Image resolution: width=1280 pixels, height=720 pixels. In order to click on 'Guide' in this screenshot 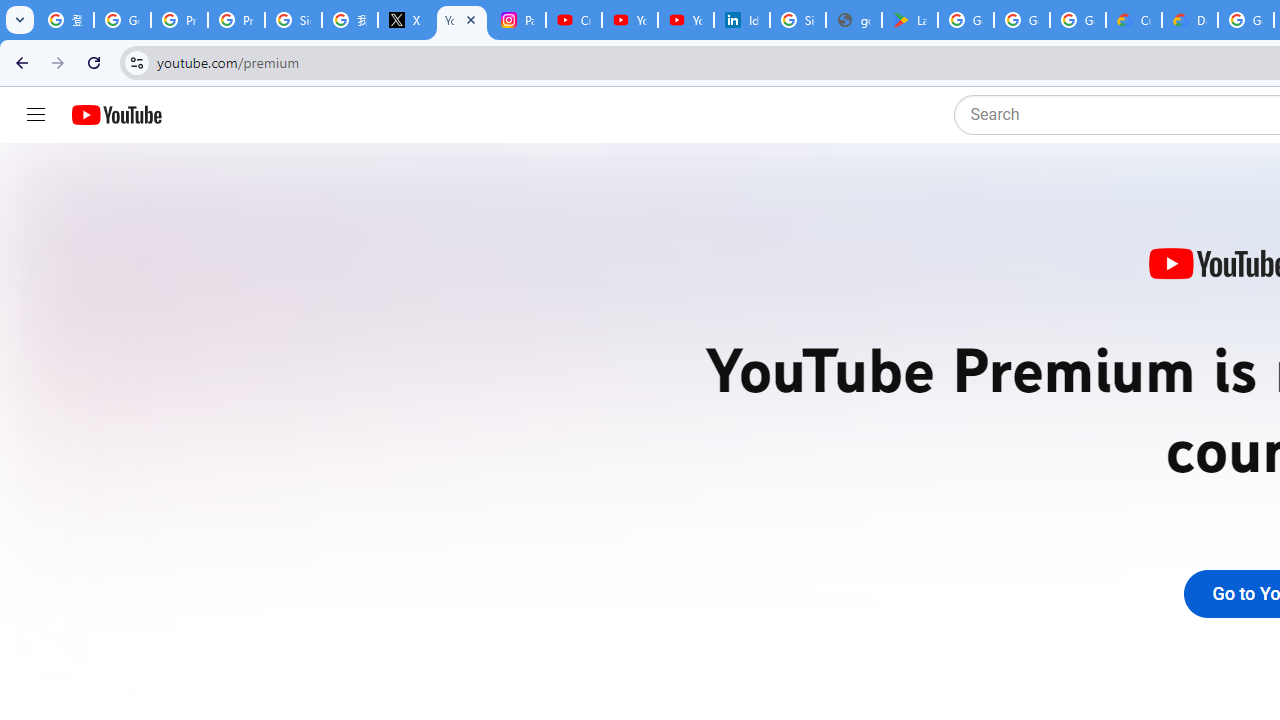, I will do `click(35, 115)`.